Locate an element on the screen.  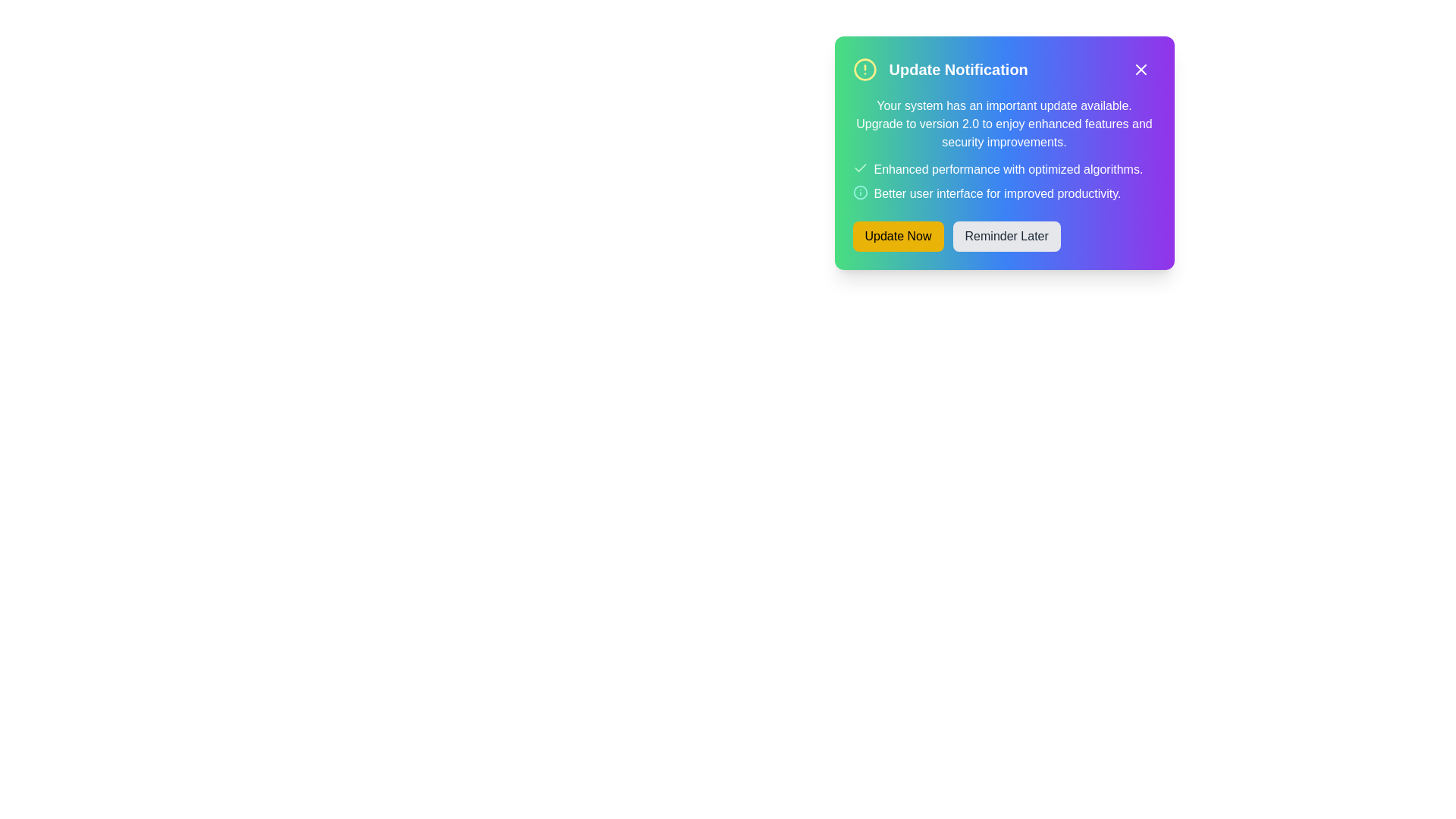
the close icon button located at the upper-right corner of the notification card is located at coordinates (1141, 70).